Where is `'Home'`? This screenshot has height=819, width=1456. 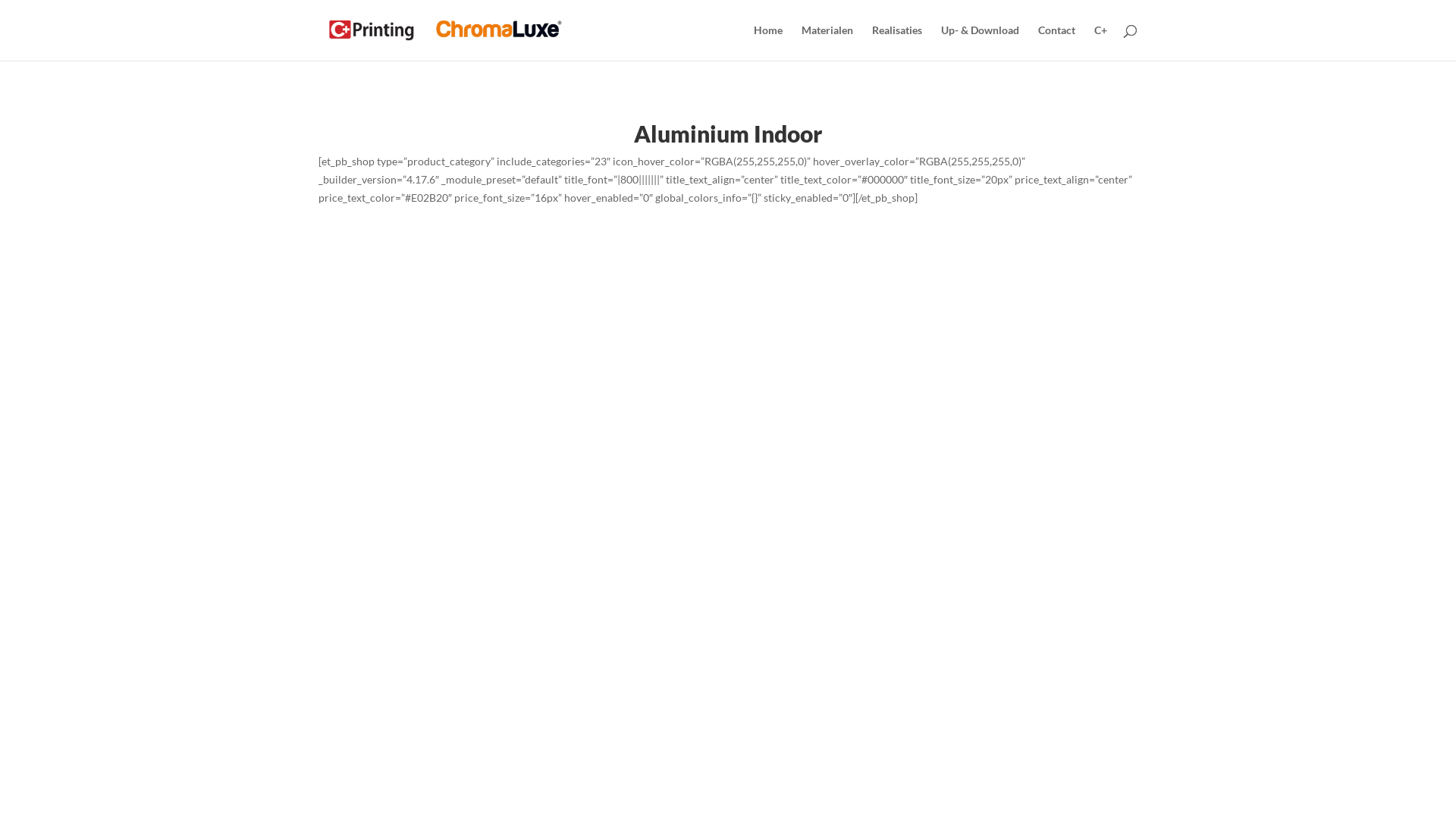
'Home' is located at coordinates (767, 42).